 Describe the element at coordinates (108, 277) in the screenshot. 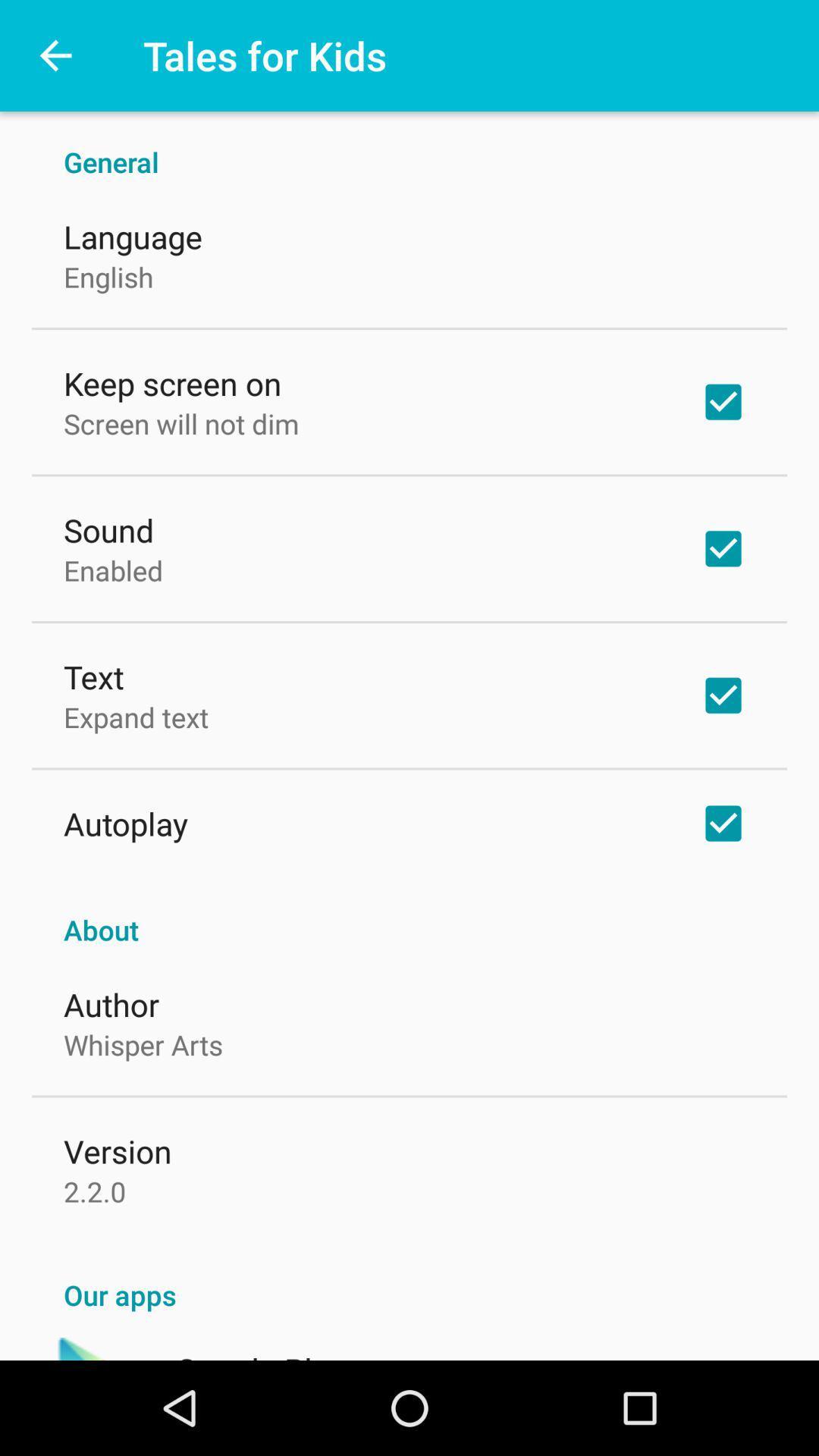

I see `the english` at that location.